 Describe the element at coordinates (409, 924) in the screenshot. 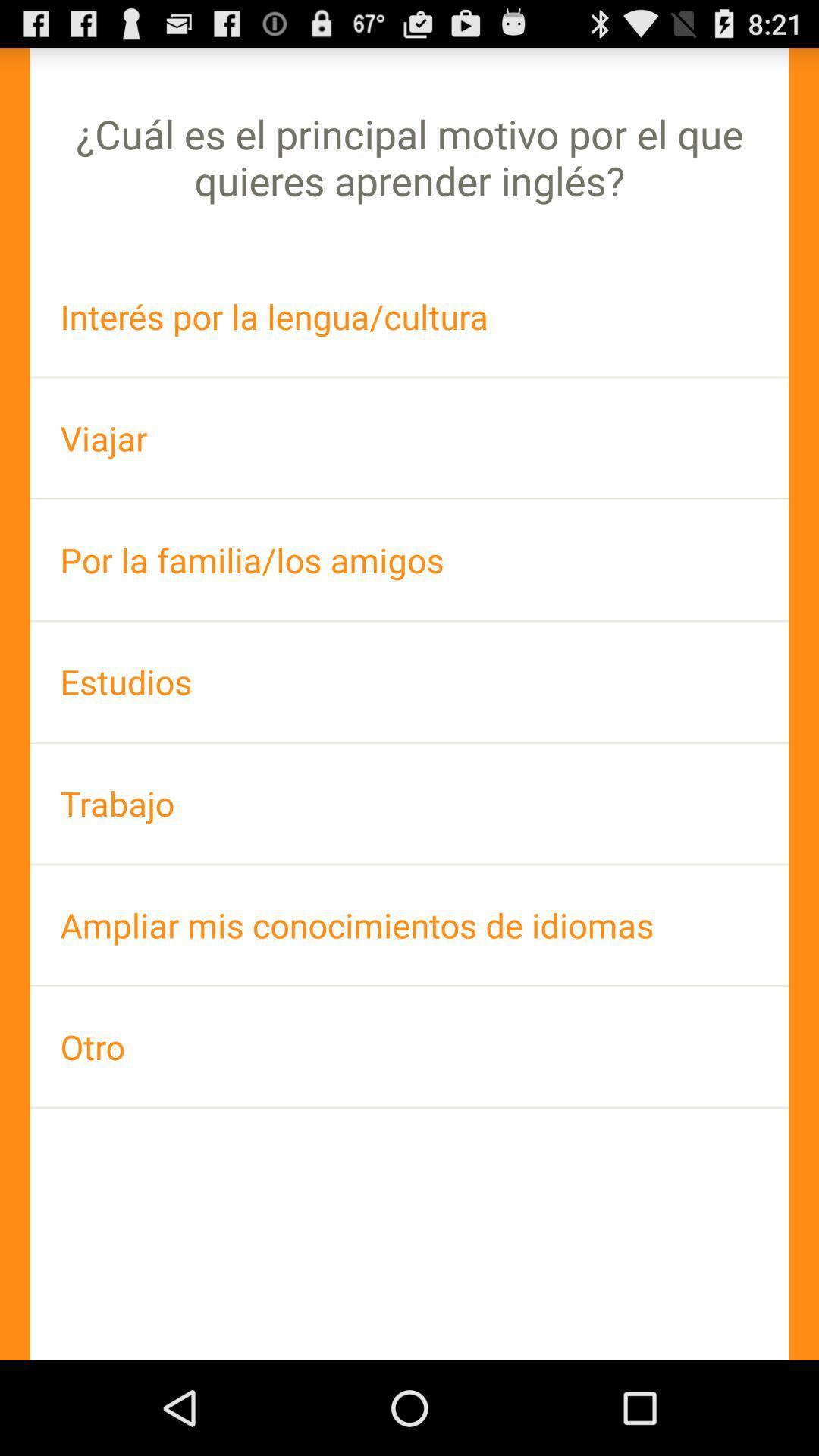

I see `the ampliar mis conocimientos item` at that location.